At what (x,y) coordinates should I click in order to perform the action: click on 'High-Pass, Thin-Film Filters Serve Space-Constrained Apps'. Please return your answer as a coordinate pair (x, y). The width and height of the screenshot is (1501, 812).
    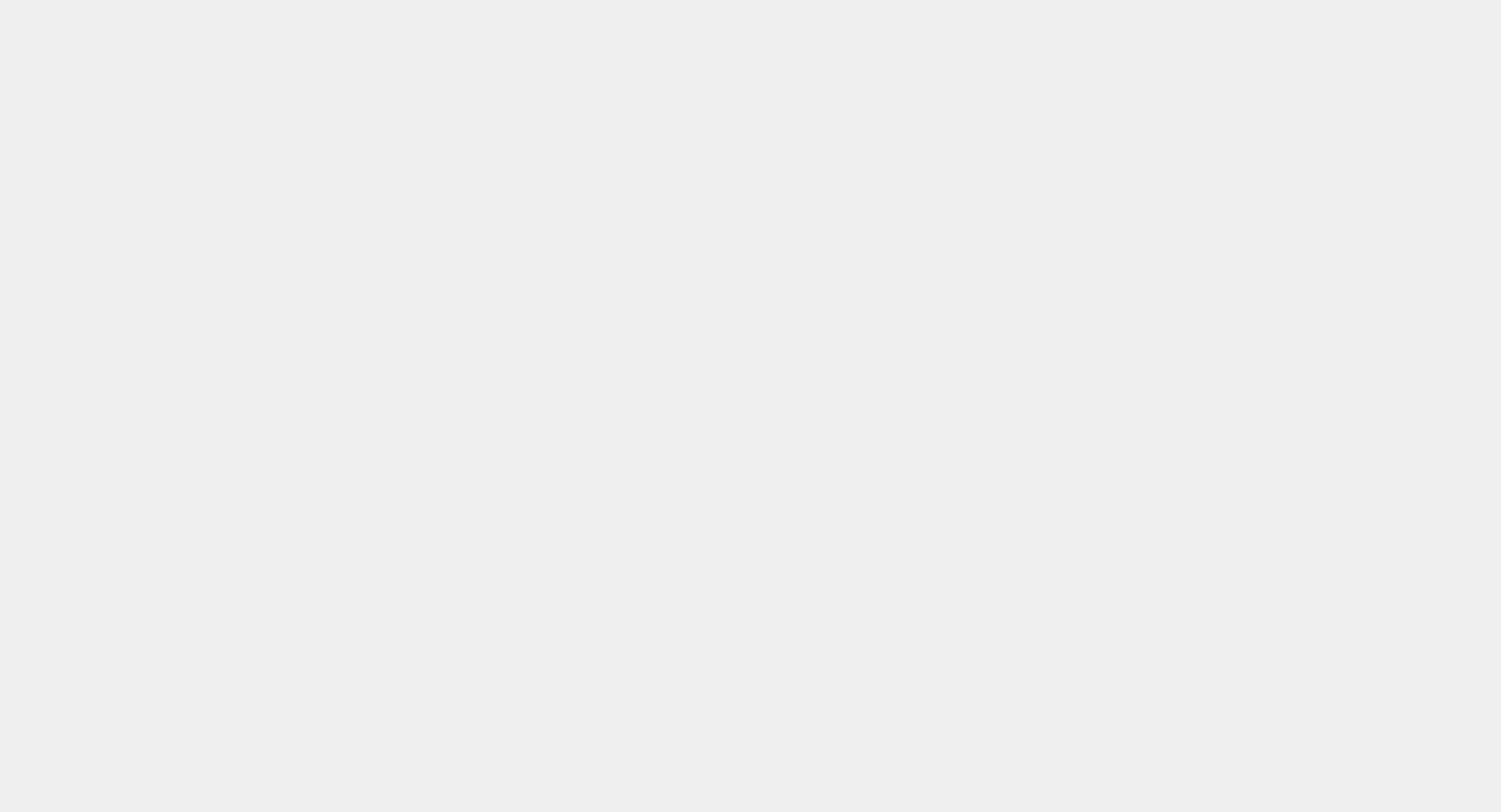
    Looking at the image, I should click on (1105, 264).